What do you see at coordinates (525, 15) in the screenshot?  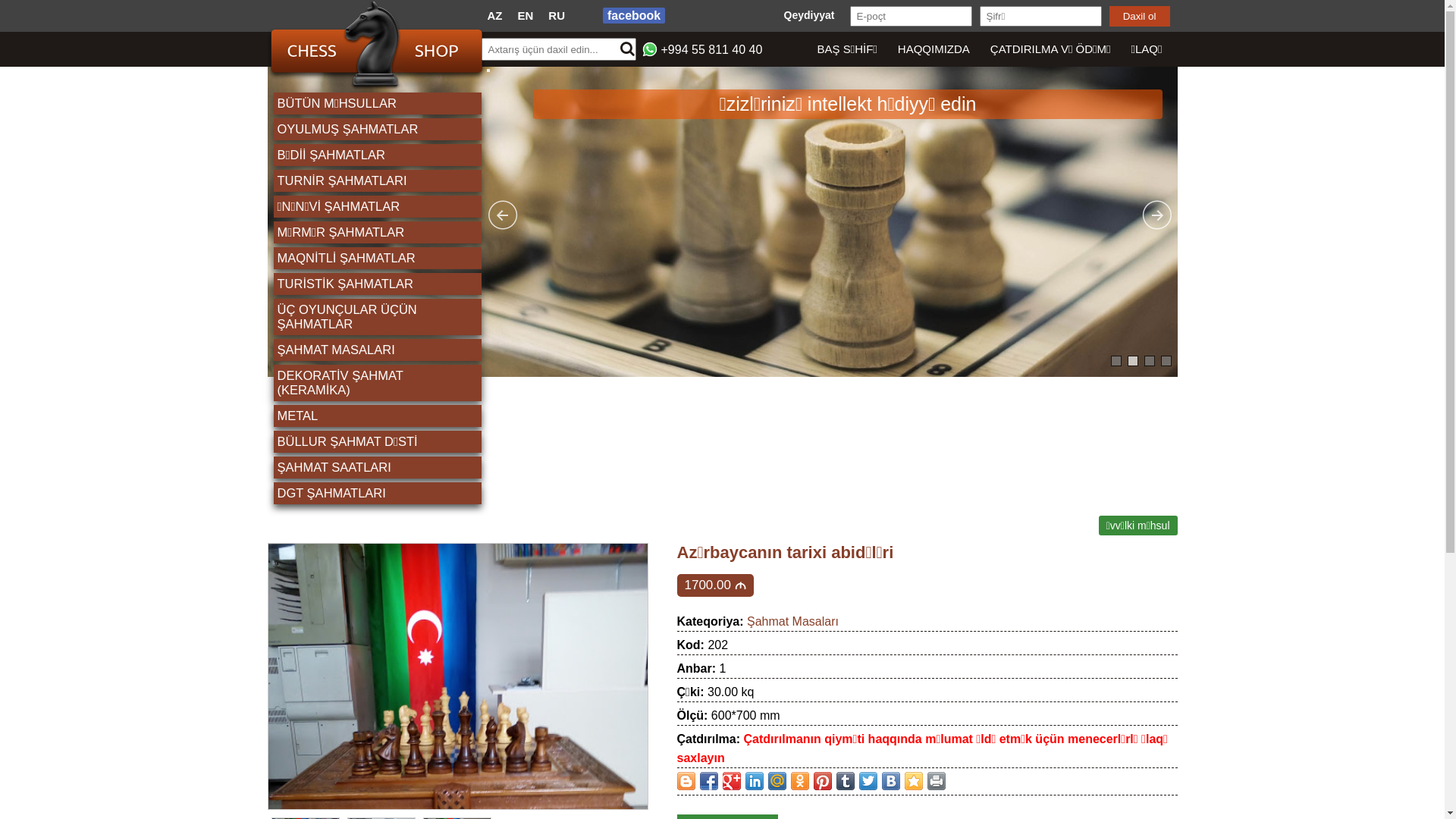 I see `'EN'` at bounding box center [525, 15].